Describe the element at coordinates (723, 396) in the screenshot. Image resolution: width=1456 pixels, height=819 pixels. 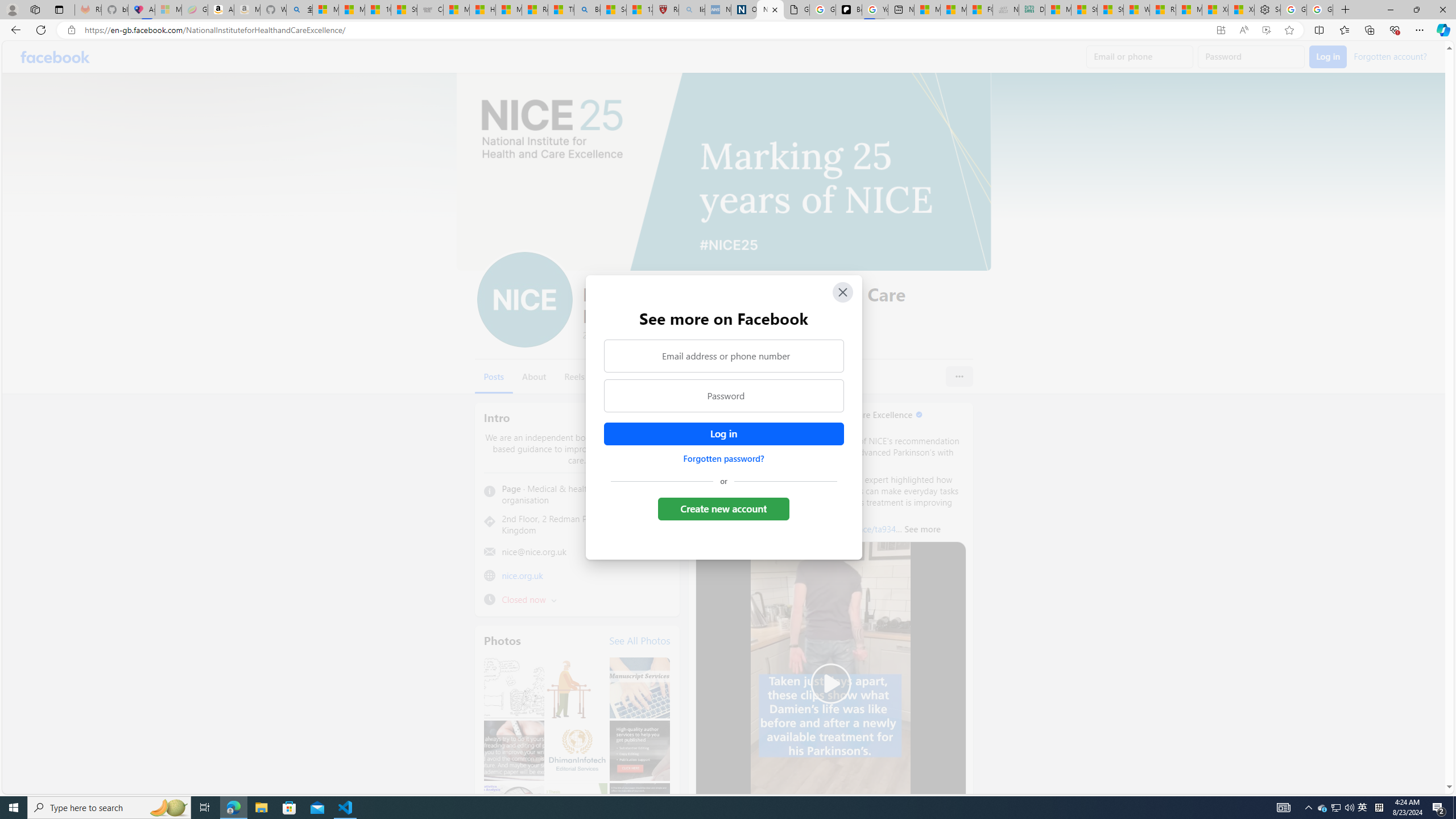
I see `'Password'` at that location.